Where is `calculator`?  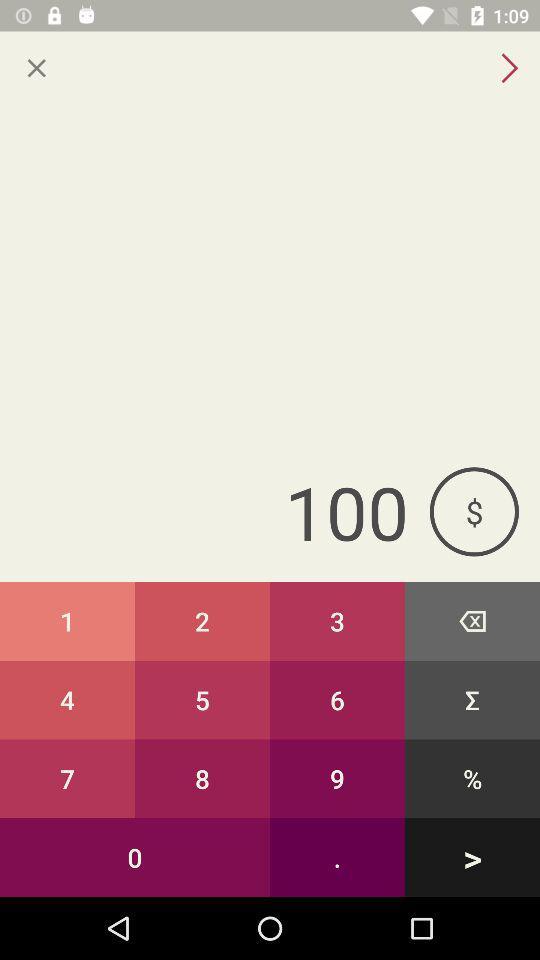 calculator is located at coordinates (36, 68).